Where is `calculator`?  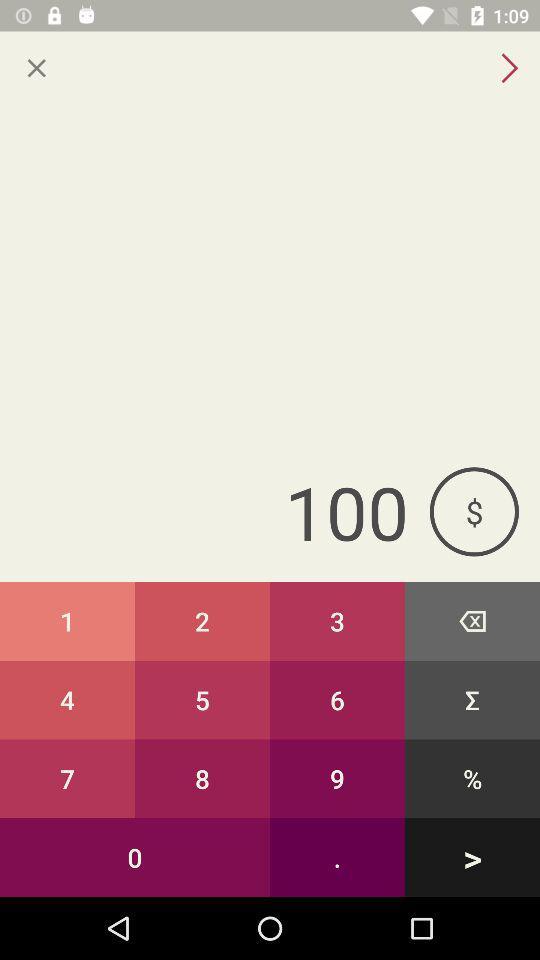 calculator is located at coordinates (36, 68).